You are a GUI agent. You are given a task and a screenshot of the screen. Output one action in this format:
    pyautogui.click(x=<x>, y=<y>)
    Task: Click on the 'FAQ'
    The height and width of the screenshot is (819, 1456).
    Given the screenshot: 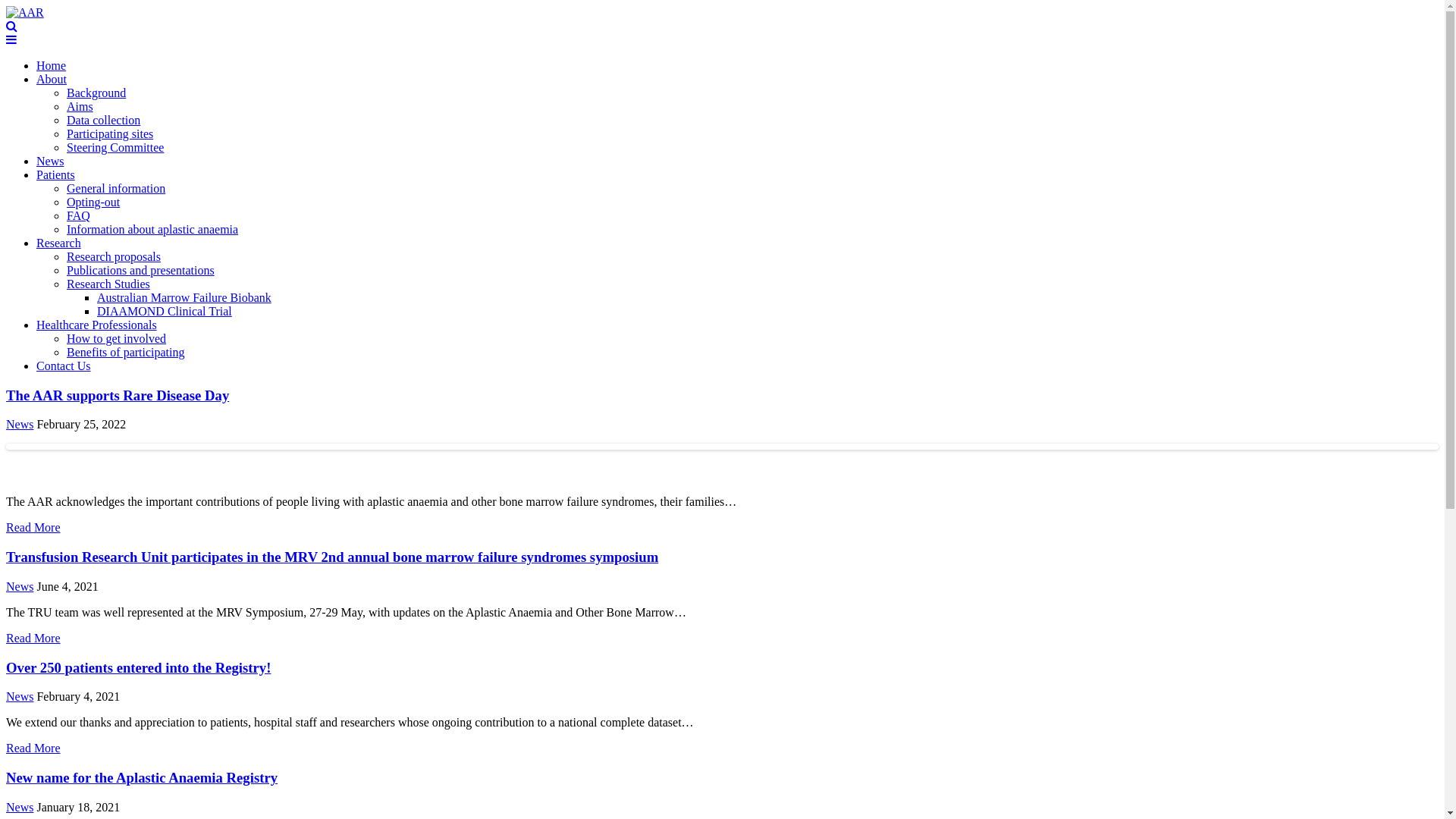 What is the action you would take?
    pyautogui.click(x=77, y=215)
    